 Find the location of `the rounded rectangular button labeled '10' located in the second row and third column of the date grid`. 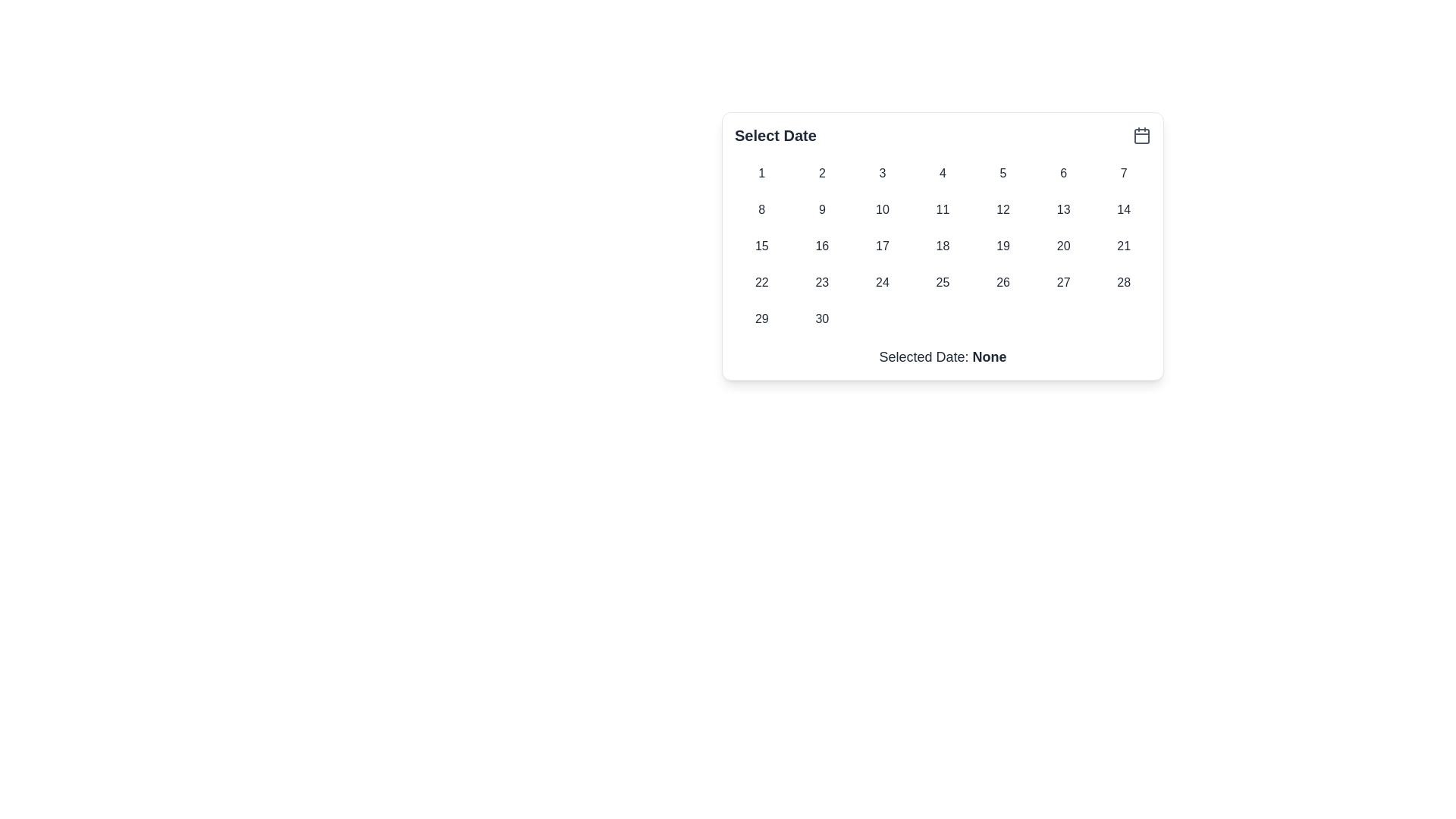

the rounded rectangular button labeled '10' located in the second row and third column of the date grid is located at coordinates (882, 210).